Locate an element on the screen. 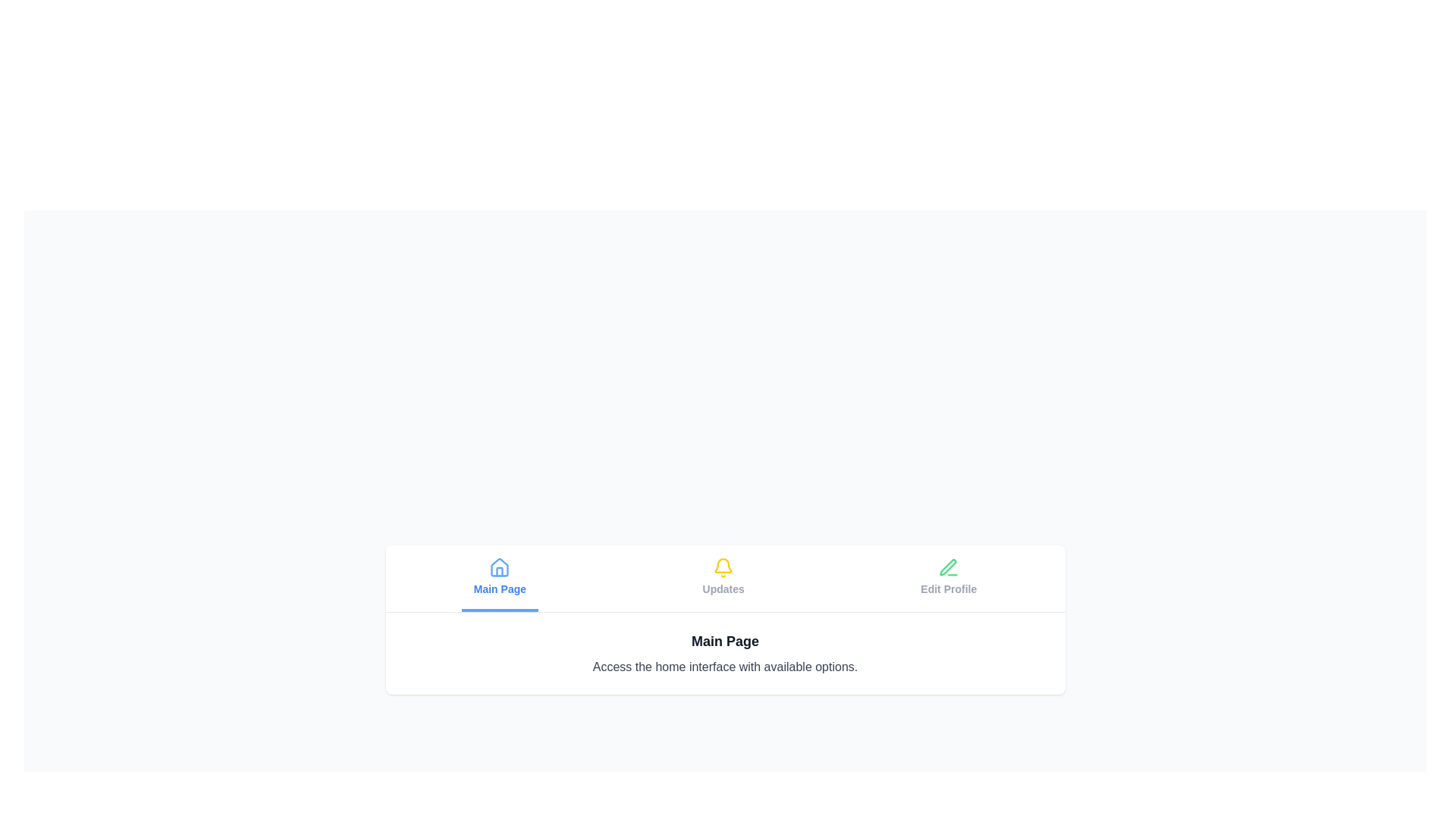  the border area of the tab labeled 'Main Page' to test its hover effect is located at coordinates (500, 578).